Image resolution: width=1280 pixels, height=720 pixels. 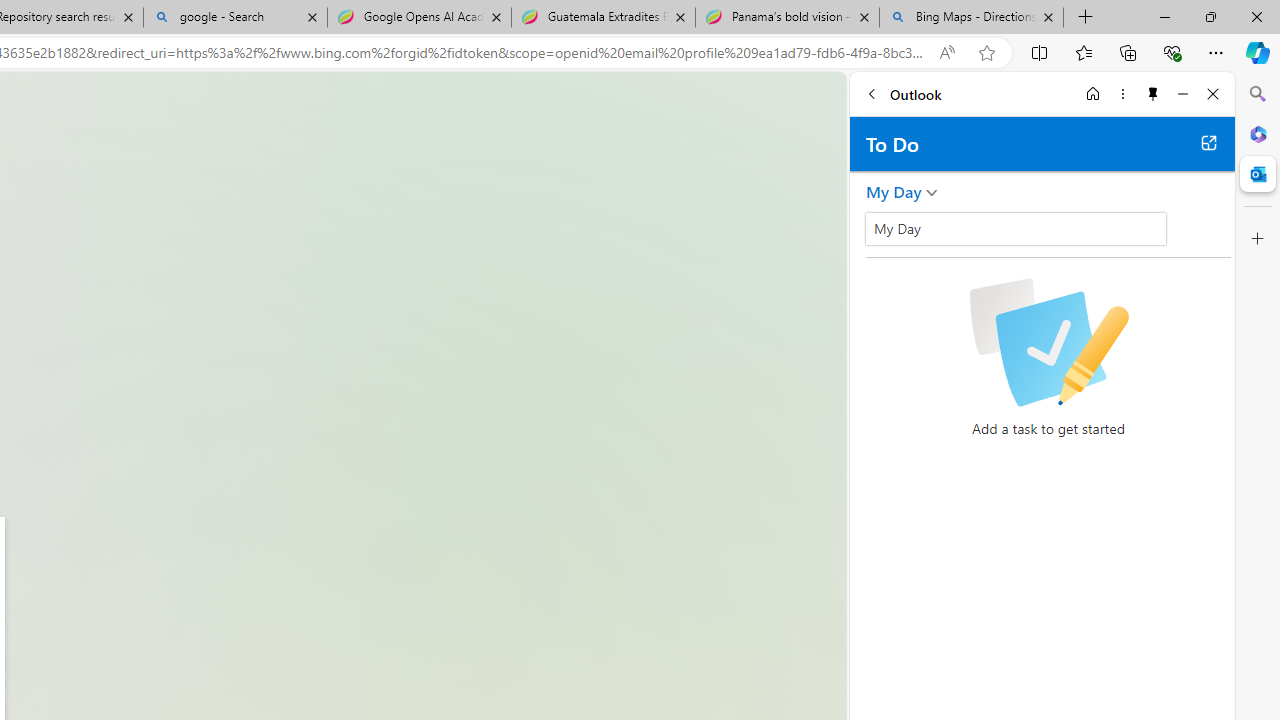 I want to click on 'My Day', so click(x=1016, y=227).